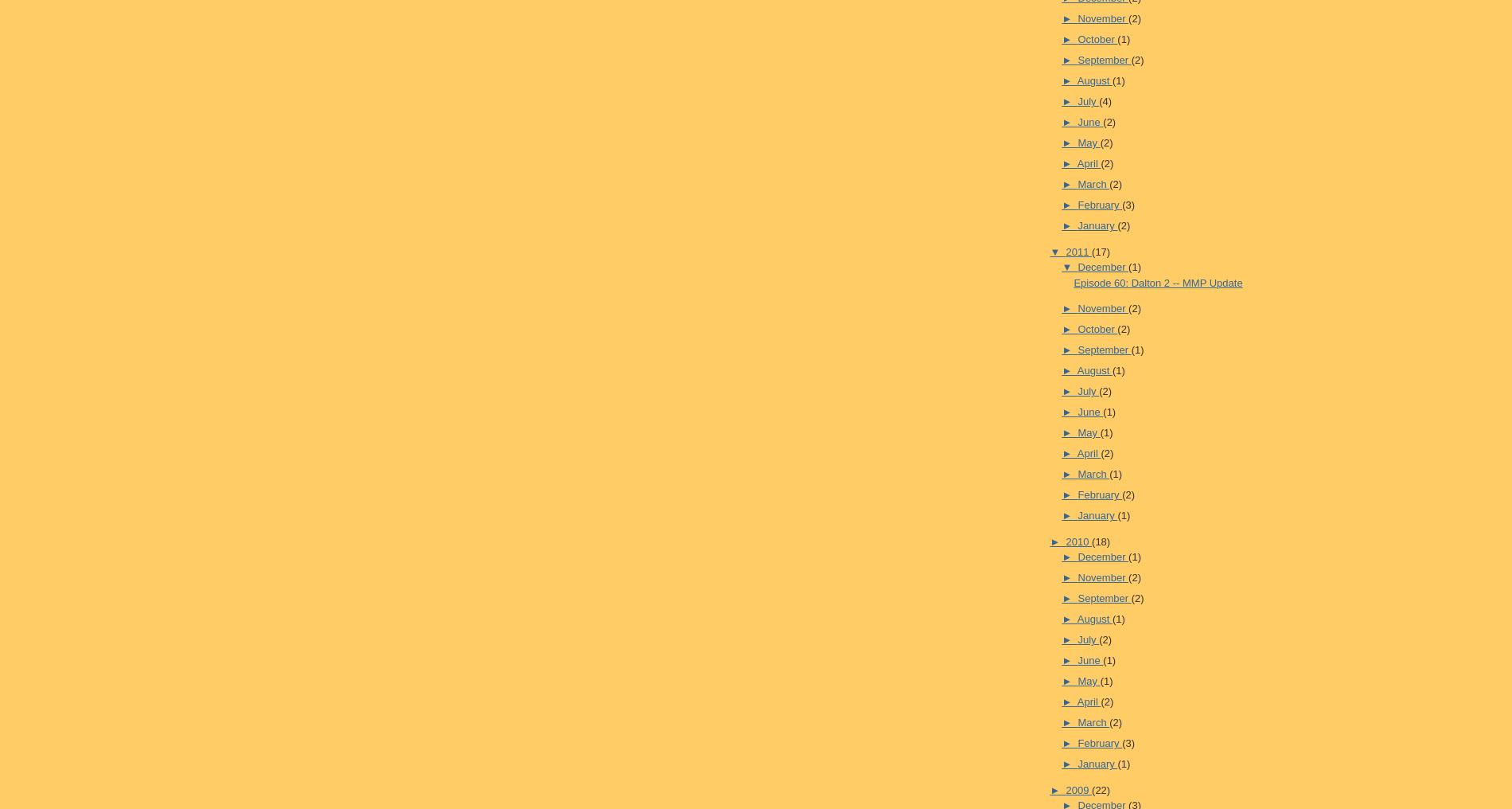  What do you see at coordinates (1105, 101) in the screenshot?
I see `'(4)'` at bounding box center [1105, 101].